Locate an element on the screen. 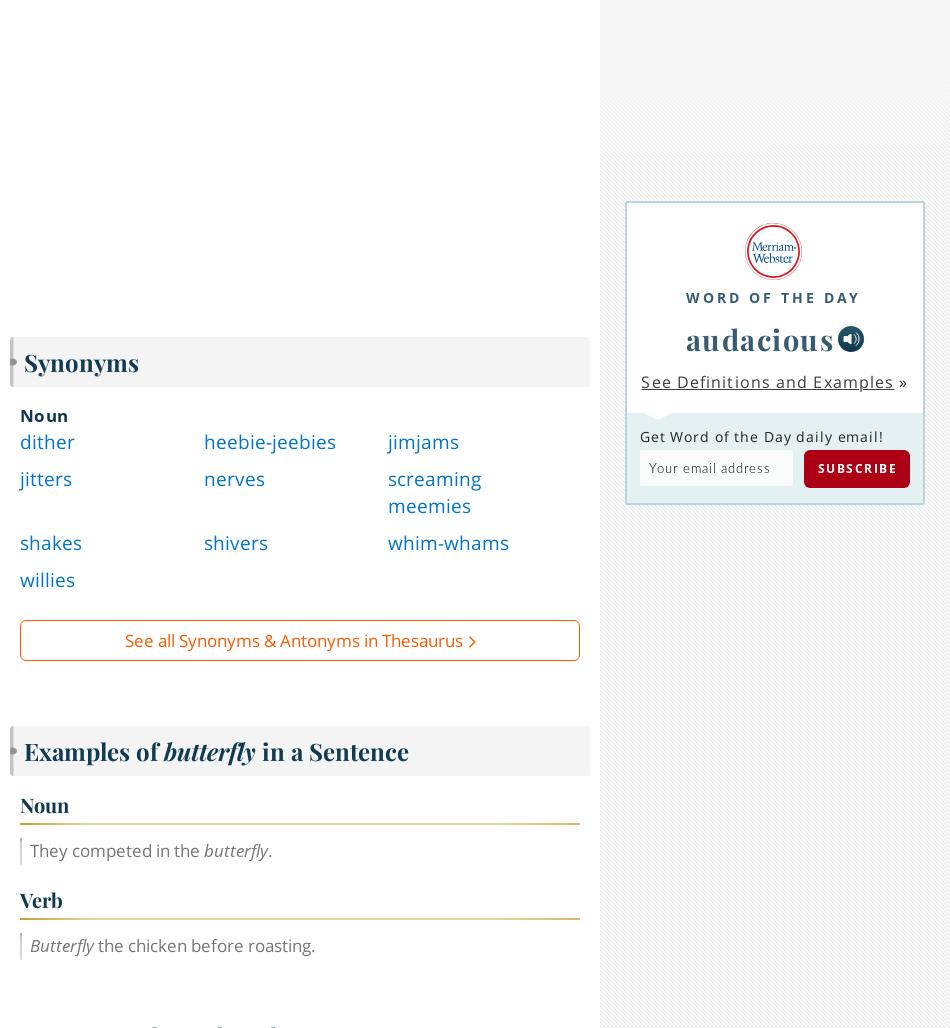 The height and width of the screenshot is (1028, 950). 'SCRABBLE' is located at coordinates (407, 650).